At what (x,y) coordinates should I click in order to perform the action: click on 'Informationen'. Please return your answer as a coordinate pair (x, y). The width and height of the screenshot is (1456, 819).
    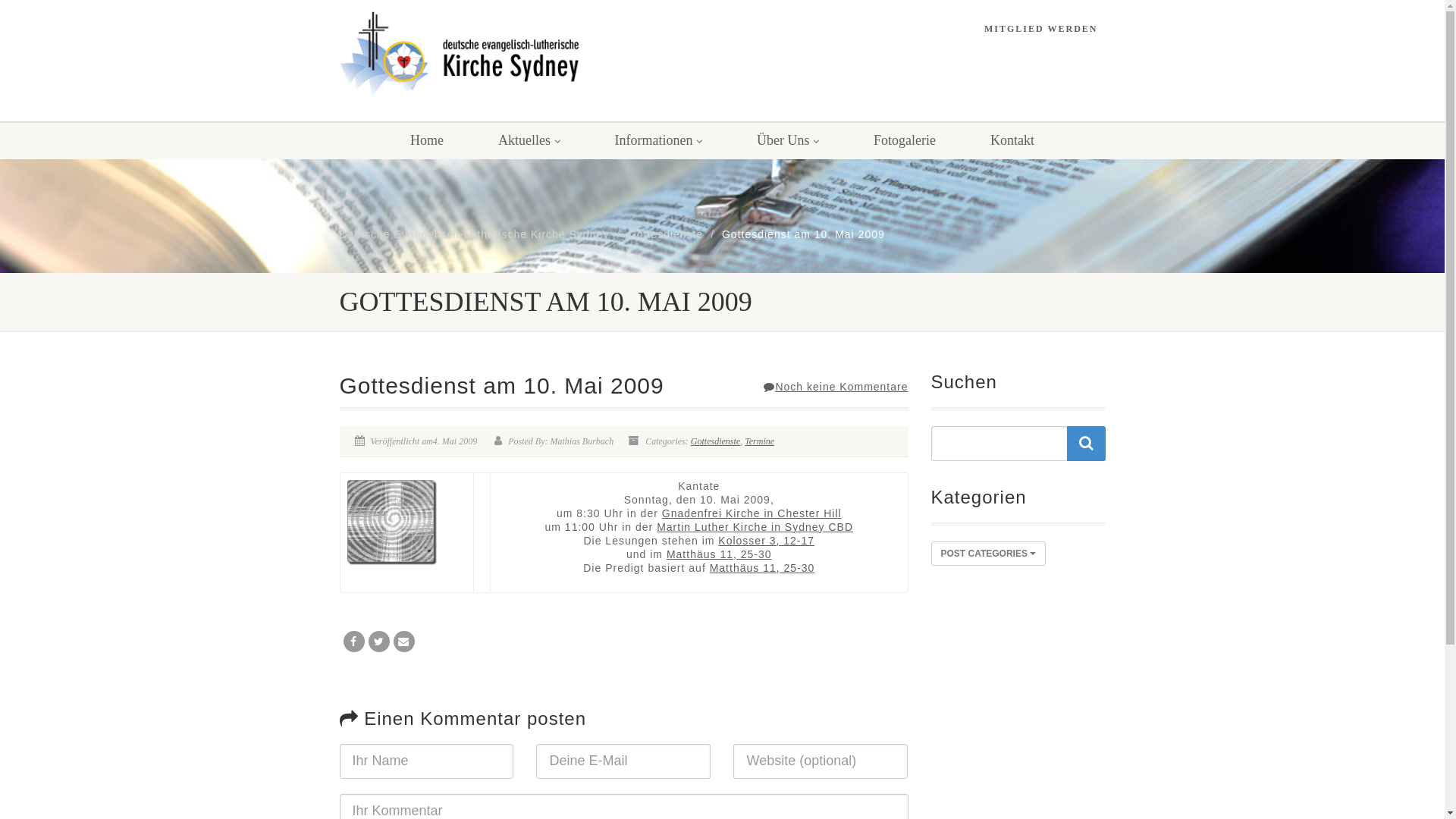
    Looking at the image, I should click on (658, 140).